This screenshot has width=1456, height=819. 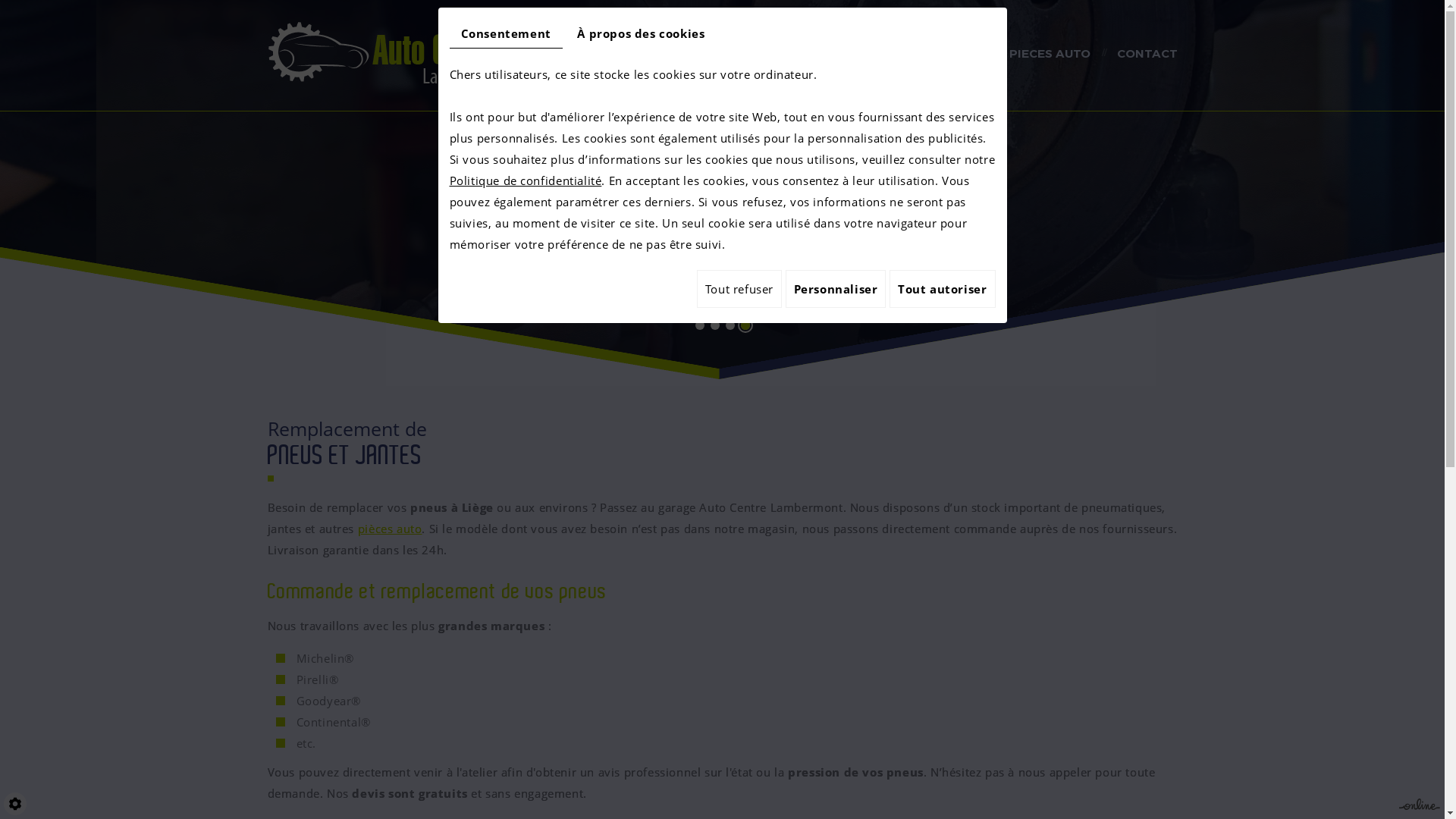 What do you see at coordinates (1147, 55) in the screenshot?
I see `'CONTACT'` at bounding box center [1147, 55].